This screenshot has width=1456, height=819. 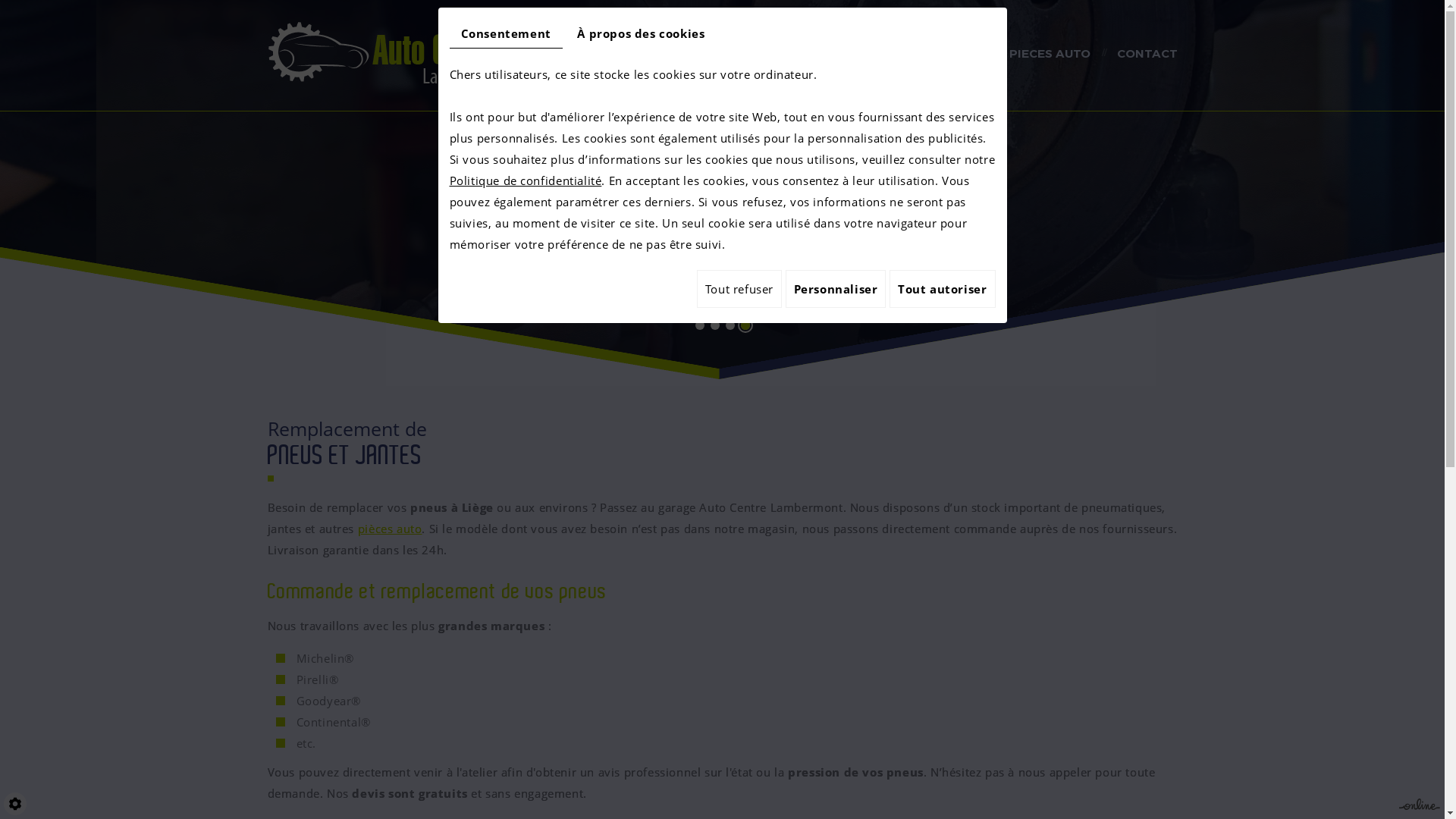 What do you see at coordinates (1147, 55) in the screenshot?
I see `'CONTACT'` at bounding box center [1147, 55].